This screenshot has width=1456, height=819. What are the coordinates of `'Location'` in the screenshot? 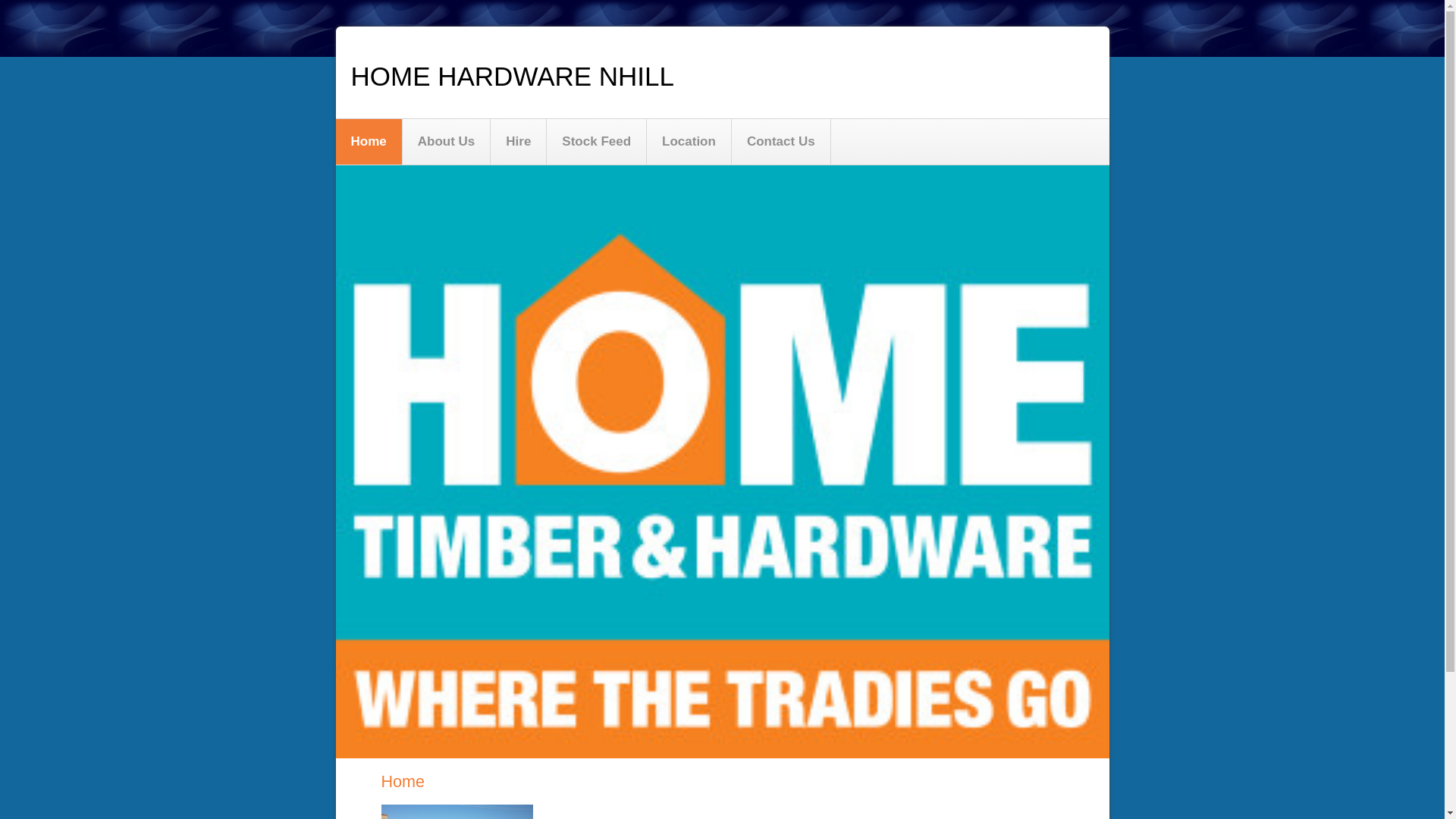 It's located at (688, 141).